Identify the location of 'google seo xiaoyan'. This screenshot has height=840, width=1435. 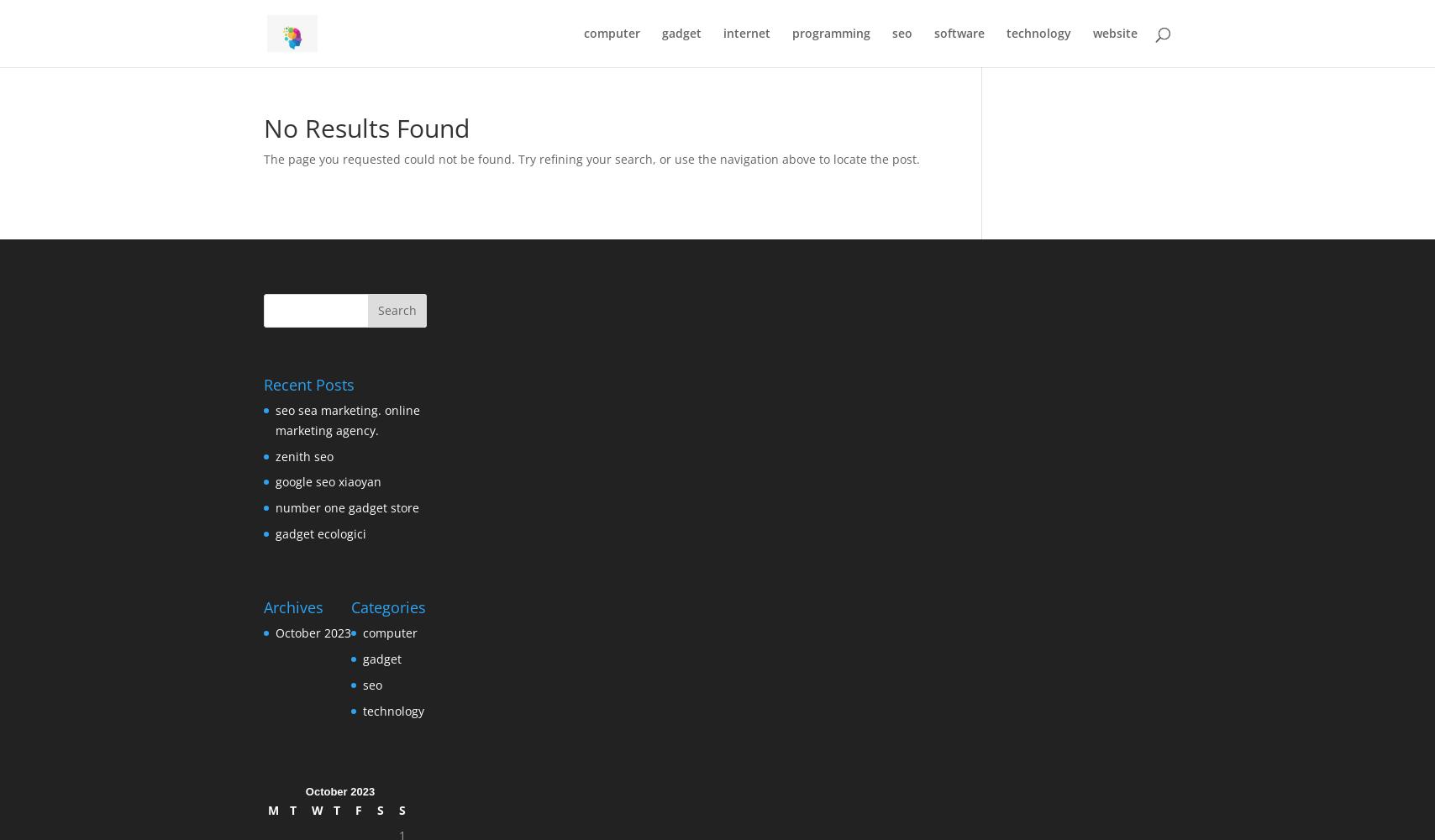
(275, 480).